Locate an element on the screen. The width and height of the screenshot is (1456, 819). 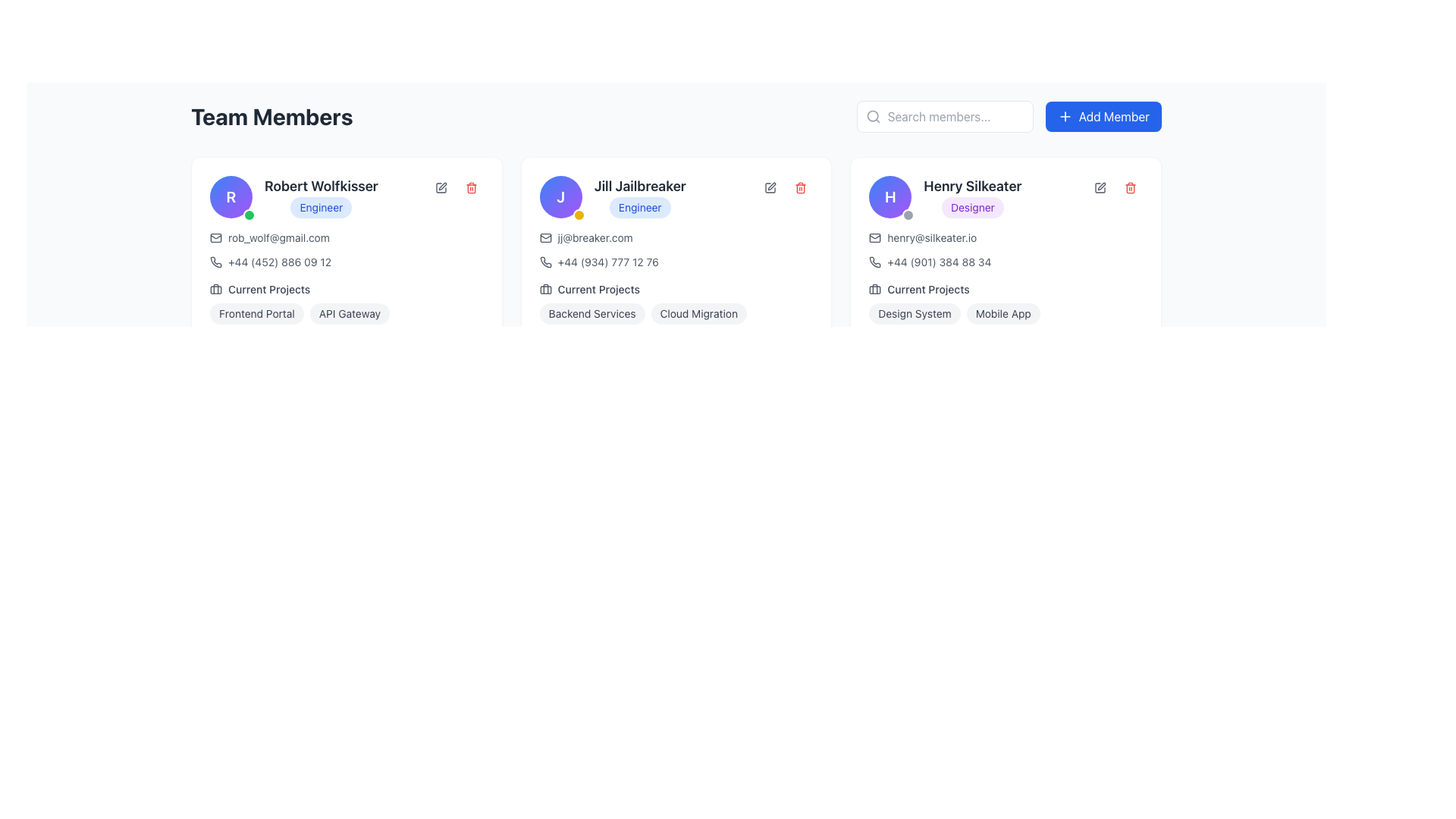
the email icon located to the left of the email address 'rob_wolf@gmail.com' in the user information card of Robert Wolfkisser for visual context is located at coordinates (215, 237).